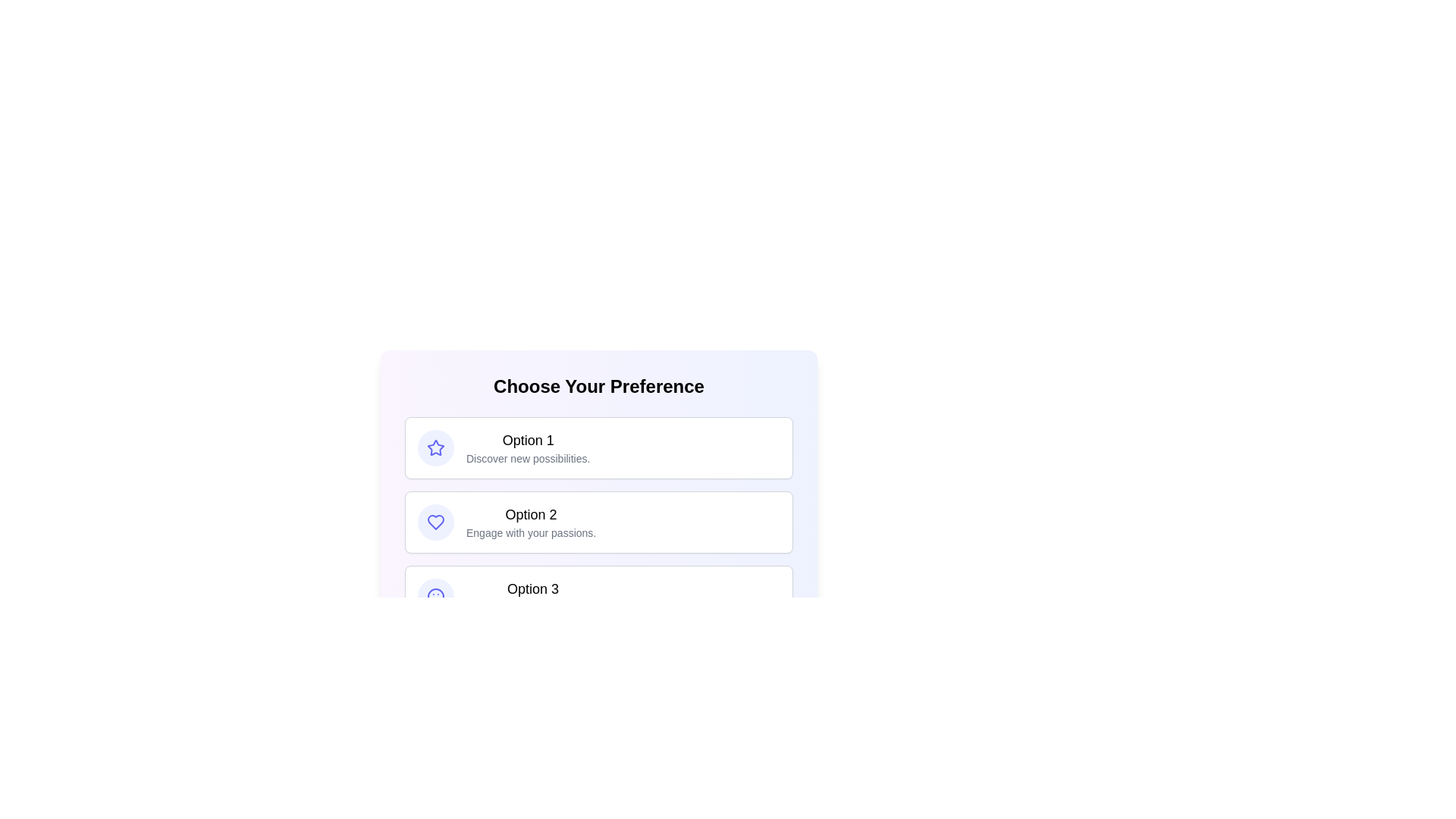 The height and width of the screenshot is (819, 1456). I want to click on the descriptive text label providing context for 'Option 1' located directly below the main title in the top section of the card stack under 'Choose Your Preference.', so click(528, 458).